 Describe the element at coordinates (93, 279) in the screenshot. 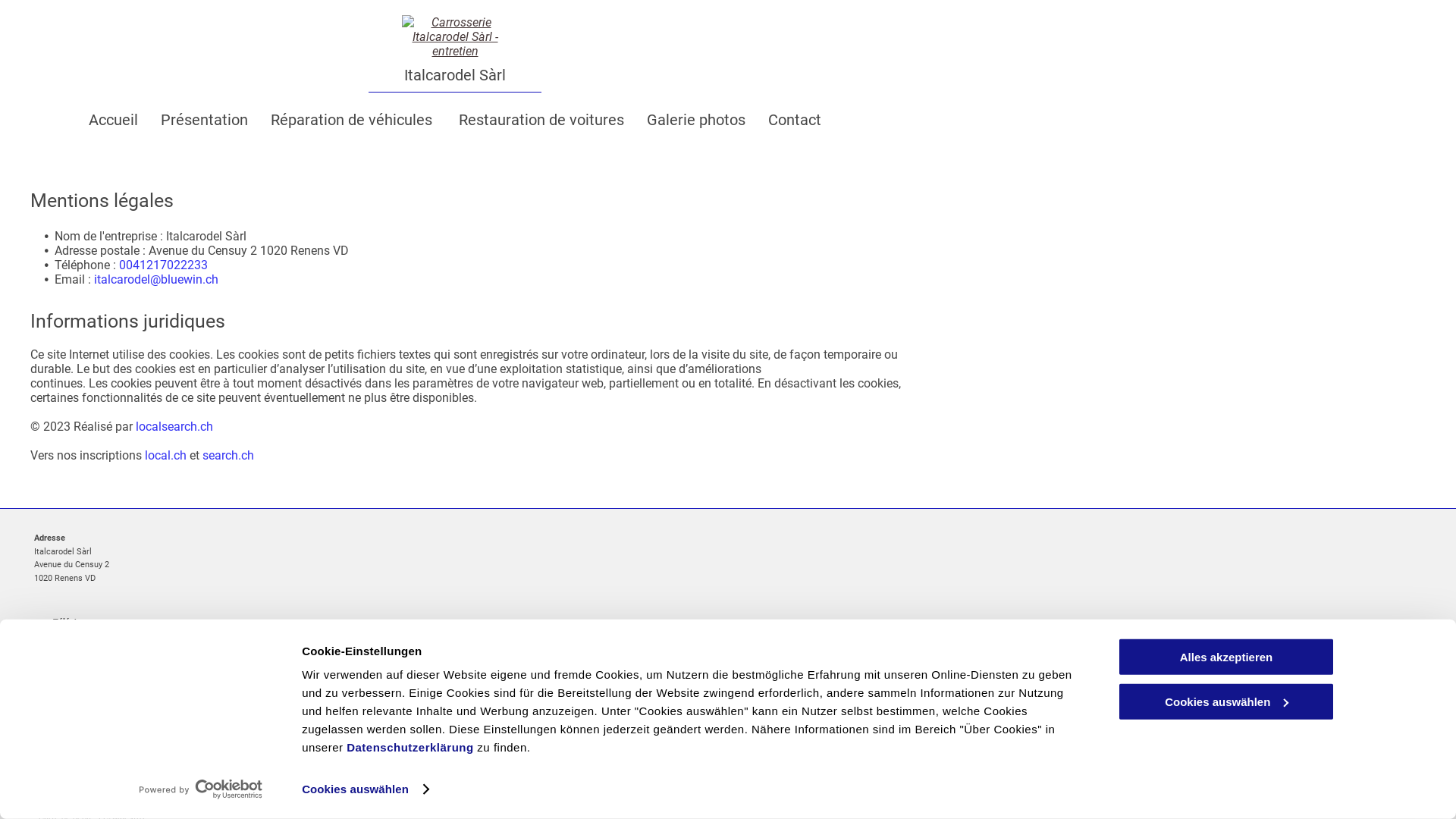

I see `'italcarodel@bluewin.ch'` at that location.